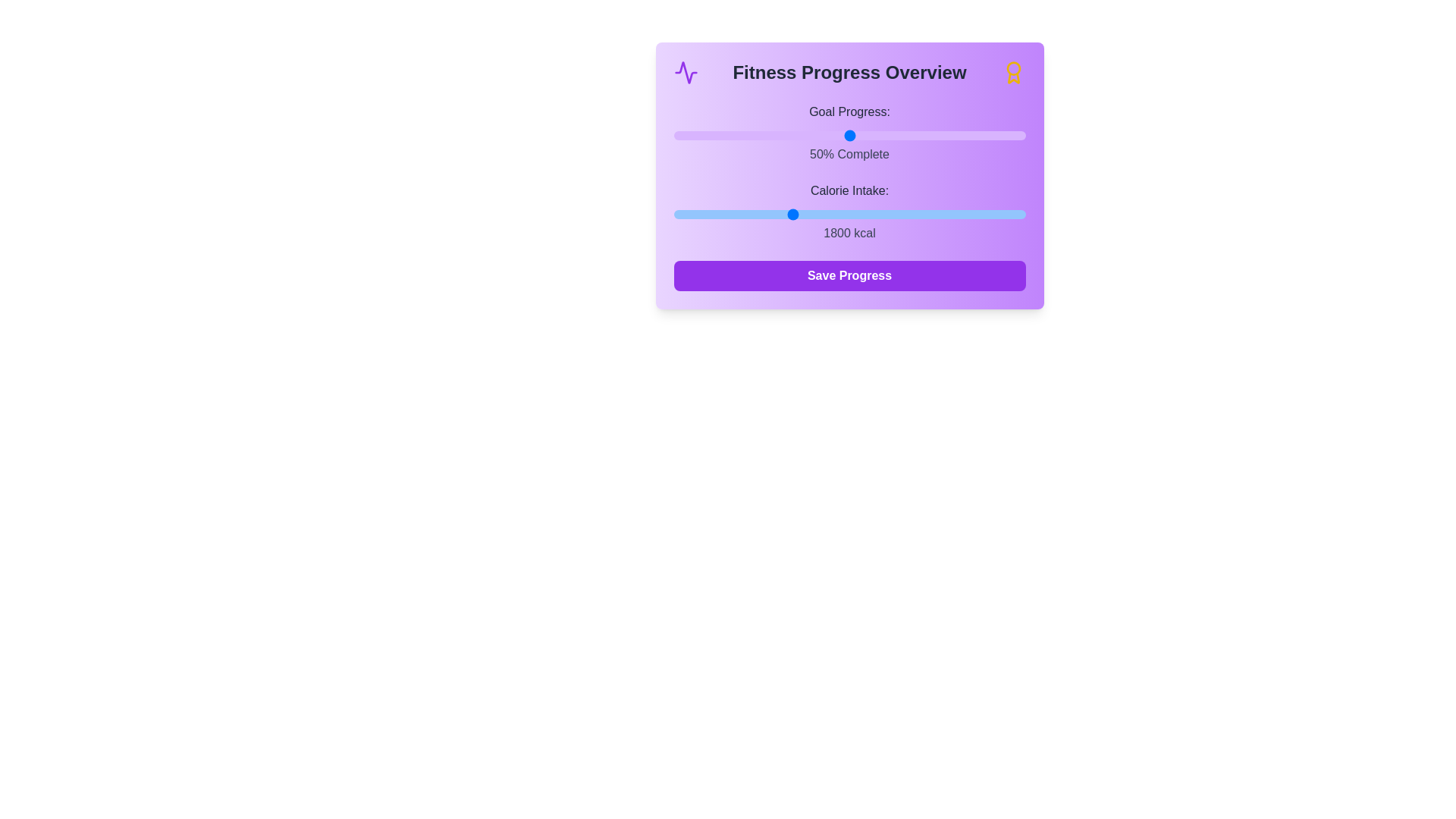  What do you see at coordinates (958, 214) in the screenshot?
I see `calorie intake` at bounding box center [958, 214].